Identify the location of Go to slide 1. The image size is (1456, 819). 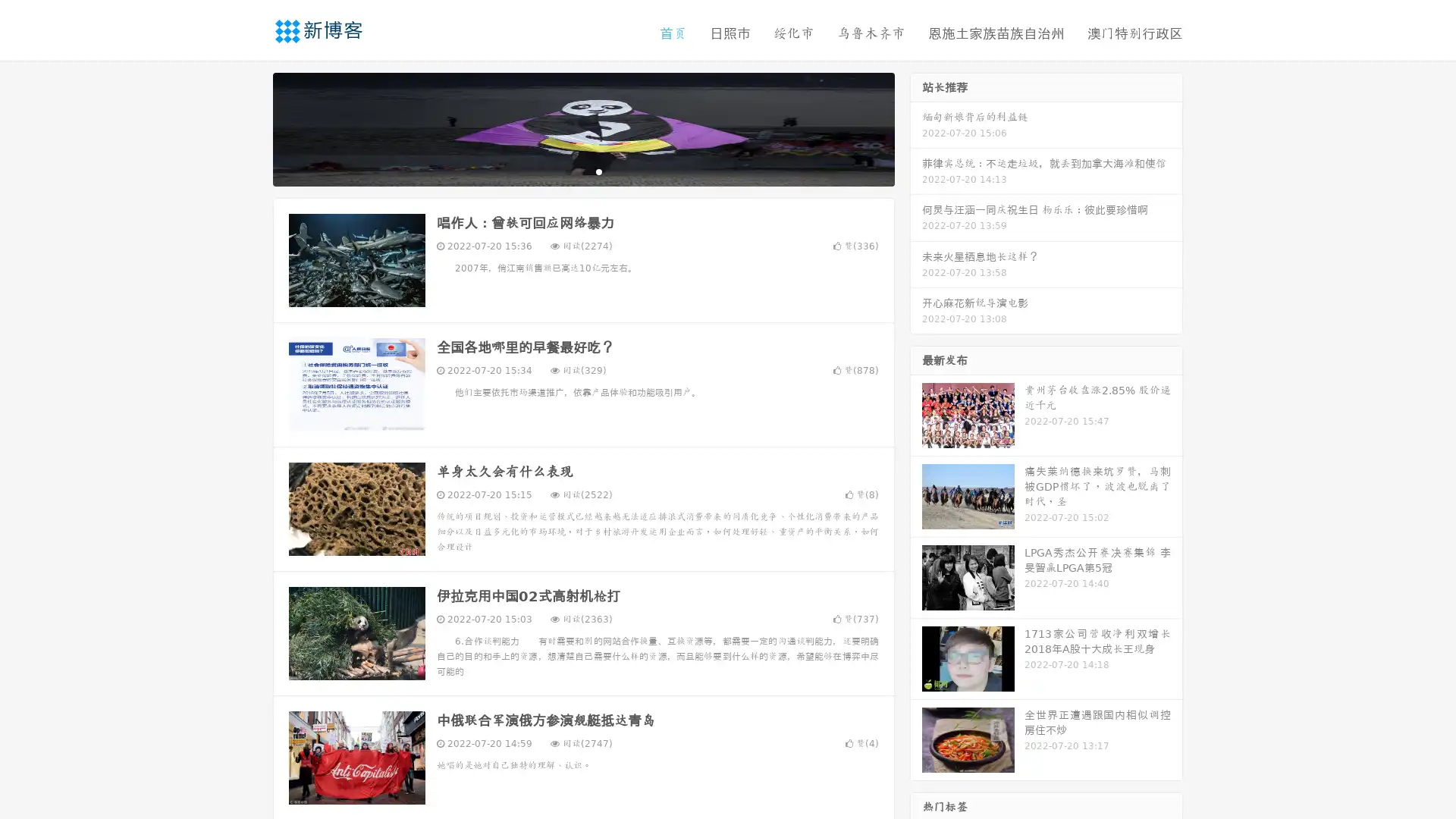
(567, 171).